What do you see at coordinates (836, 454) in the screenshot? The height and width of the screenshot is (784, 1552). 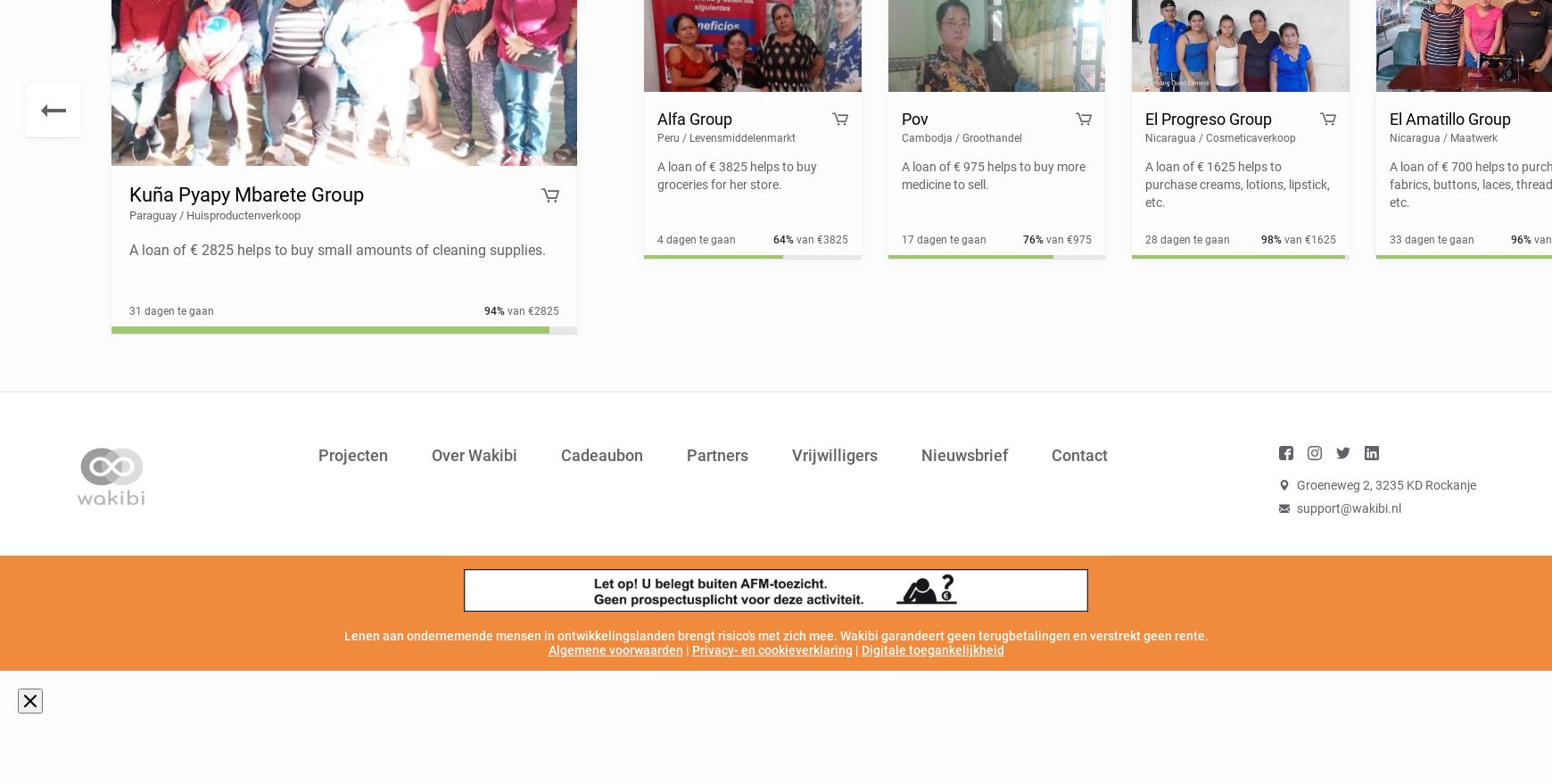 I see `'Vrijwilligers'` at bounding box center [836, 454].